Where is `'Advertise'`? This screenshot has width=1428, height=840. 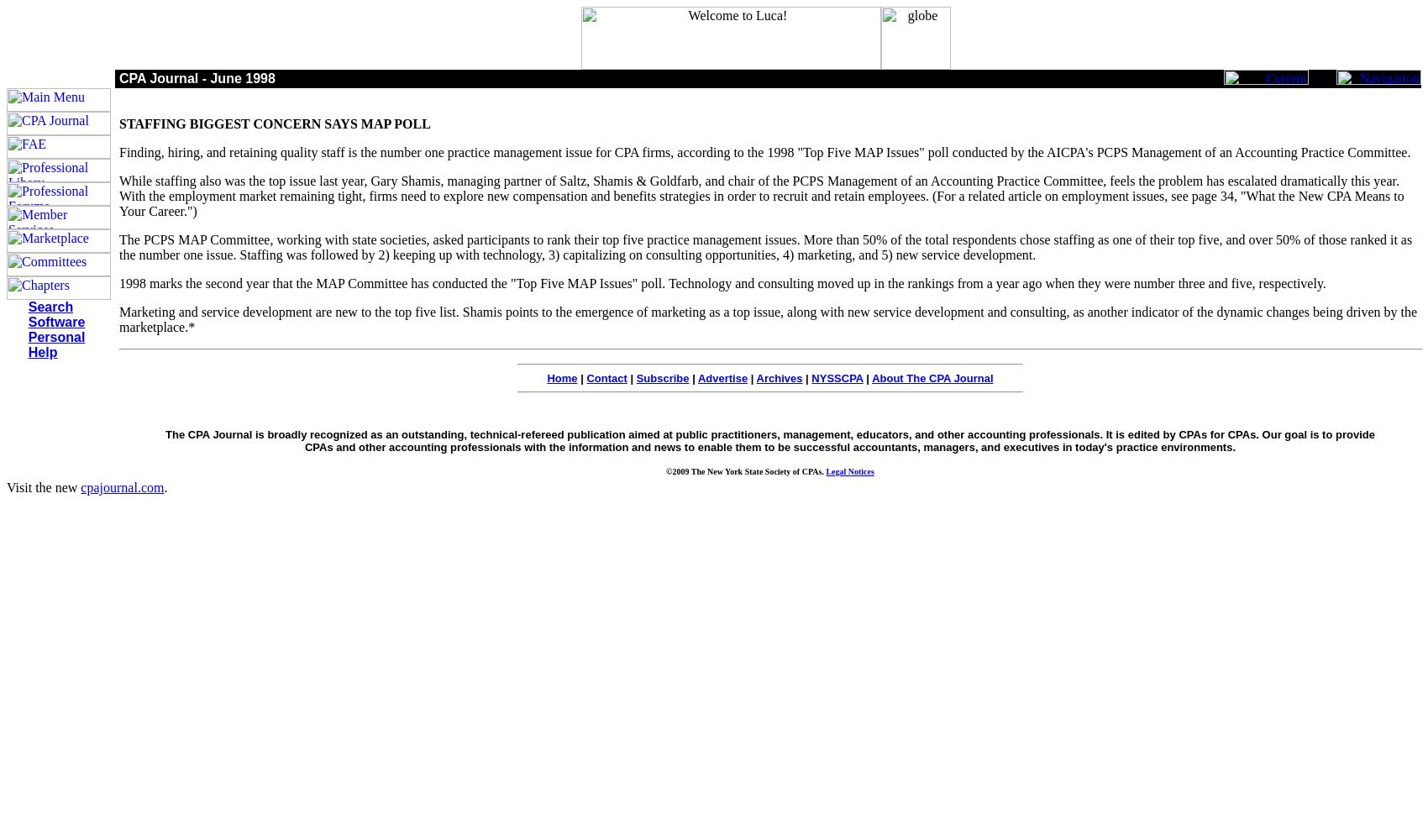 'Advertise' is located at coordinates (722, 377).